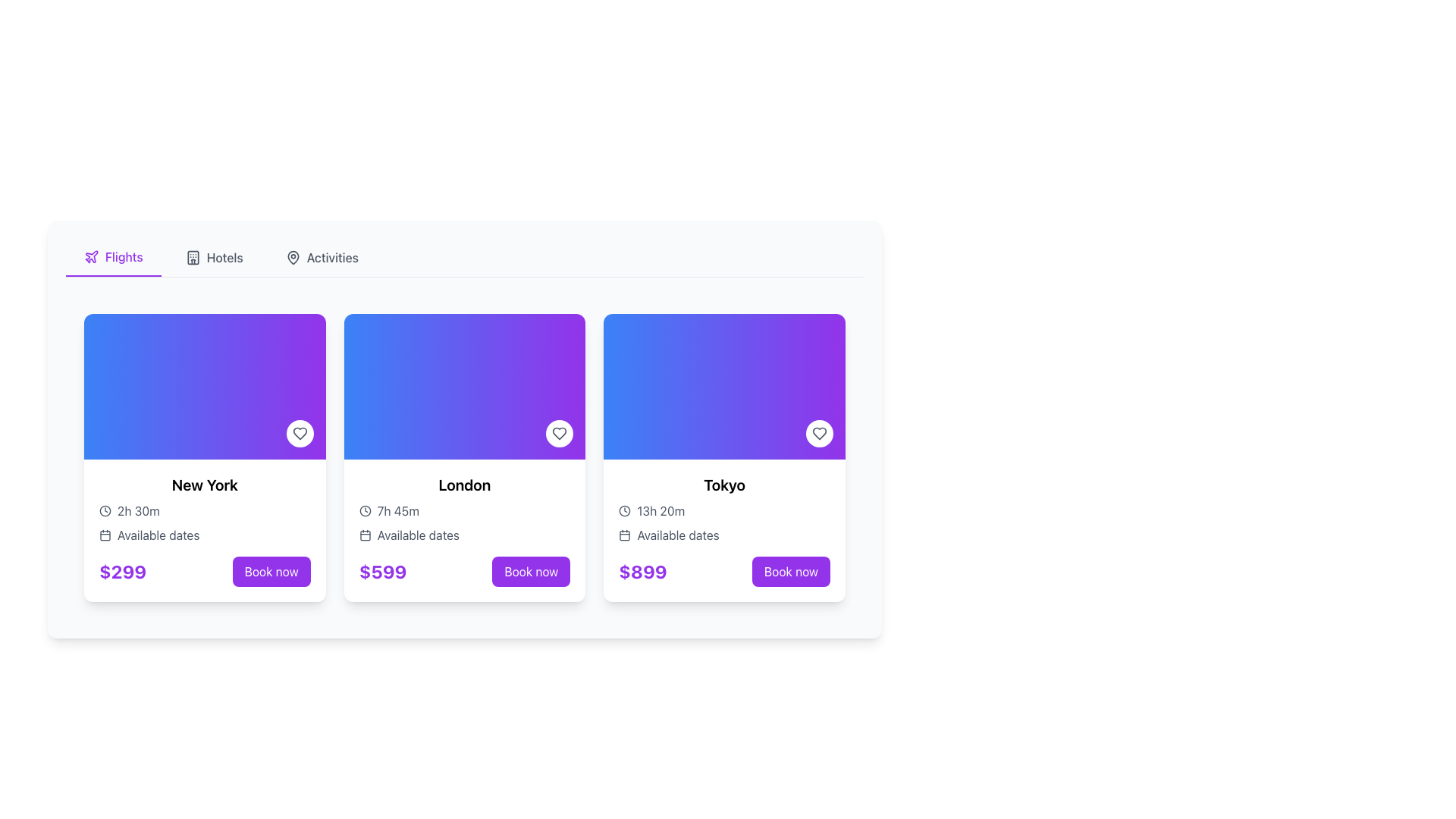 This screenshot has height=819, width=1456. What do you see at coordinates (464, 485) in the screenshot?
I see `text content of the Heading element labeled 'London', which is located at the top of the second card in the center panel` at bounding box center [464, 485].